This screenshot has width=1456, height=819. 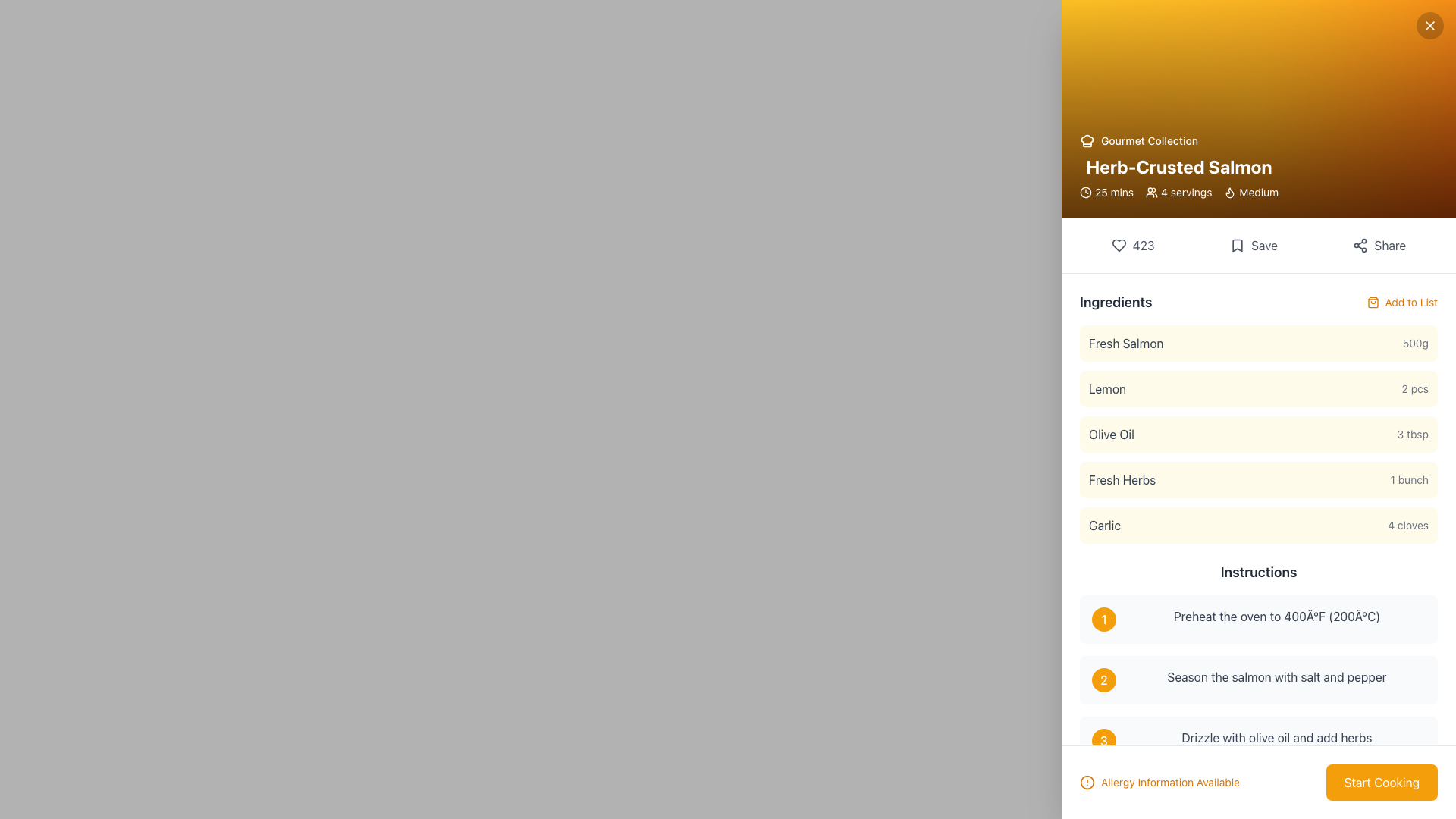 What do you see at coordinates (1412, 435) in the screenshot?
I see `information displayed in the small gray text label '3 tbsp' located to the right of 'Olive Oil' in the Ingredients section` at bounding box center [1412, 435].